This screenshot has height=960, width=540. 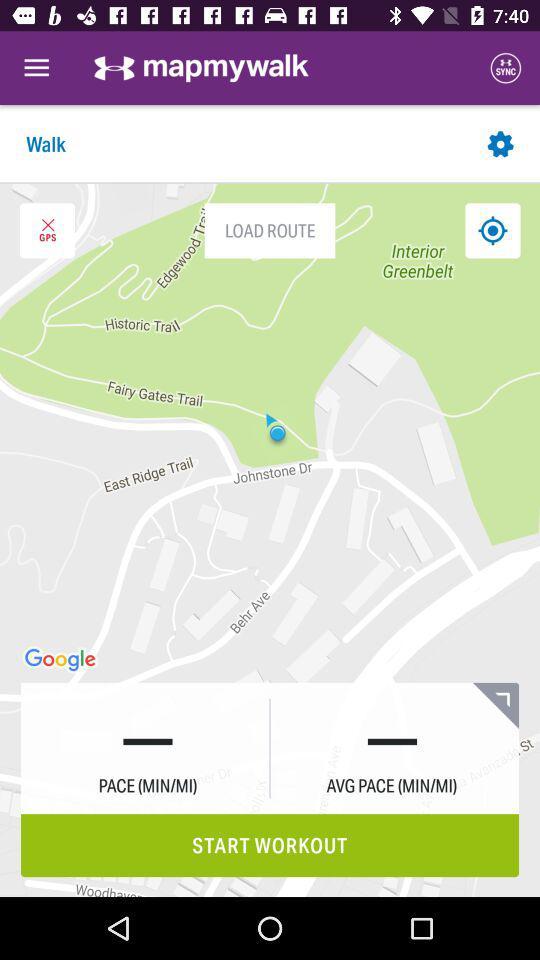 I want to click on find my location, so click(x=491, y=230).